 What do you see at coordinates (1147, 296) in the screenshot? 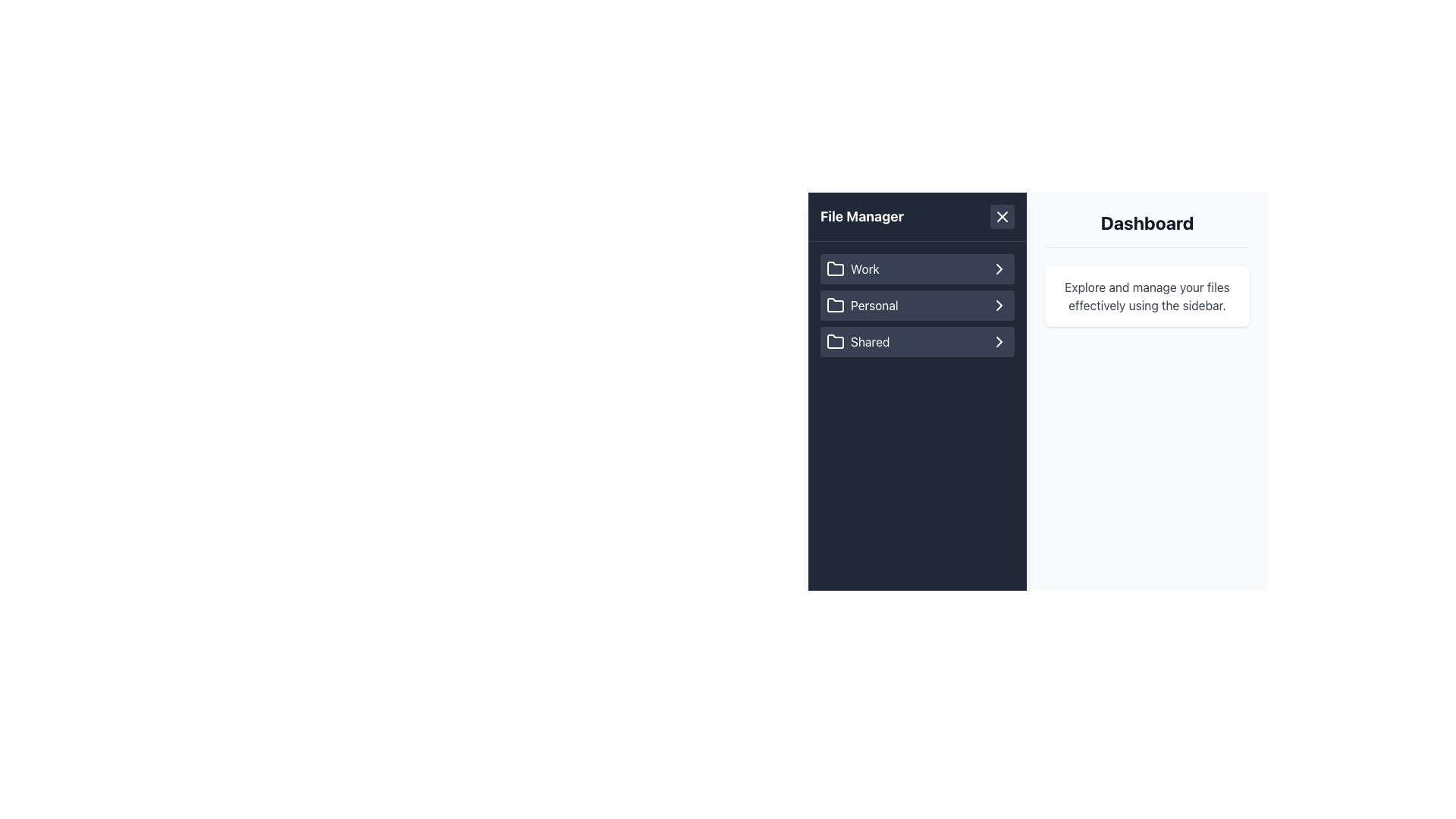
I see `the informational text label in the right section of the interface, located below the 'Dashboard' title and next to the 'File Manager' sidebar` at bounding box center [1147, 296].